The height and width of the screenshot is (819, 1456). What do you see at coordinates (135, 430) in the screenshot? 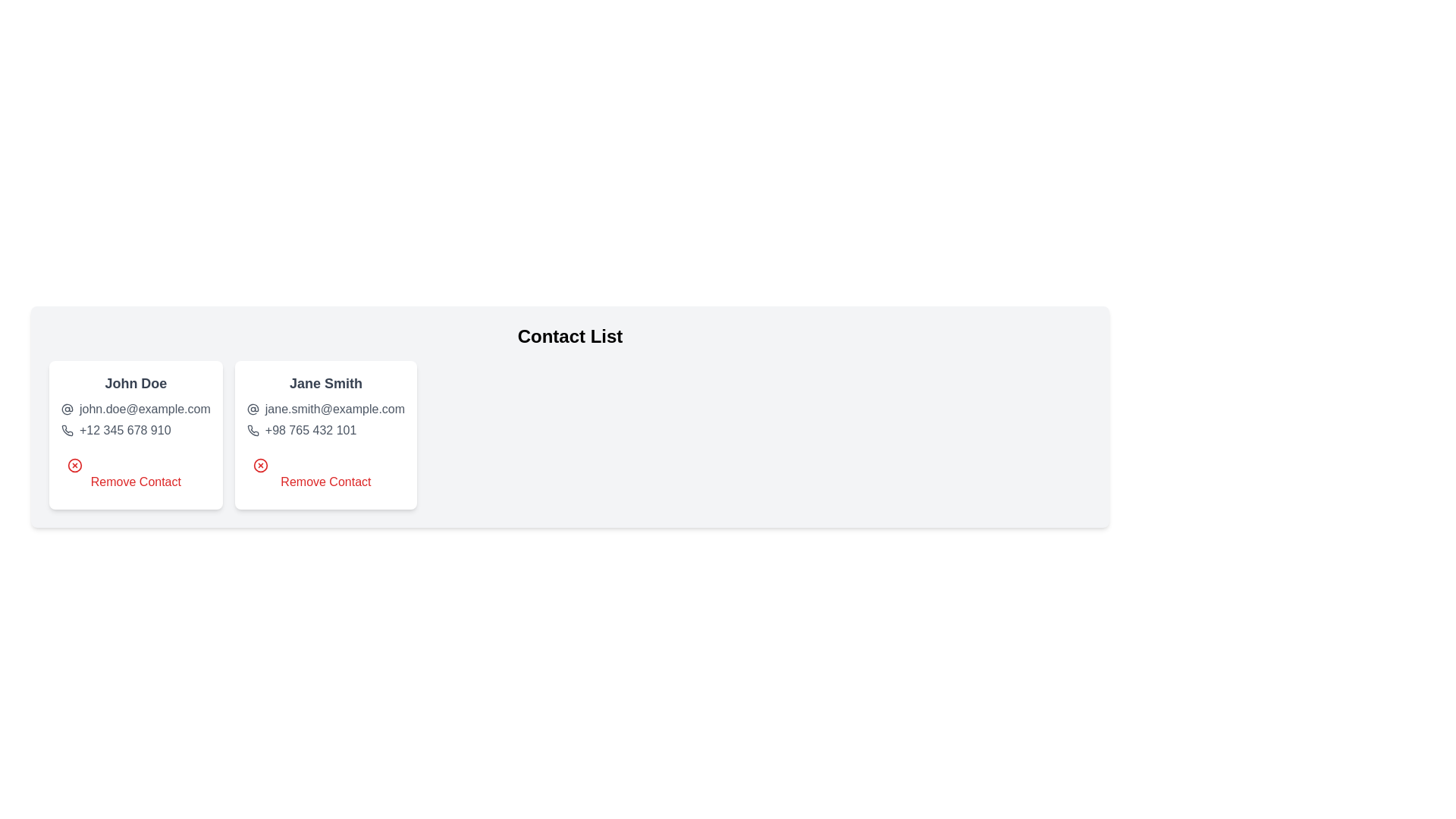
I see `the text field for phone number` at bounding box center [135, 430].